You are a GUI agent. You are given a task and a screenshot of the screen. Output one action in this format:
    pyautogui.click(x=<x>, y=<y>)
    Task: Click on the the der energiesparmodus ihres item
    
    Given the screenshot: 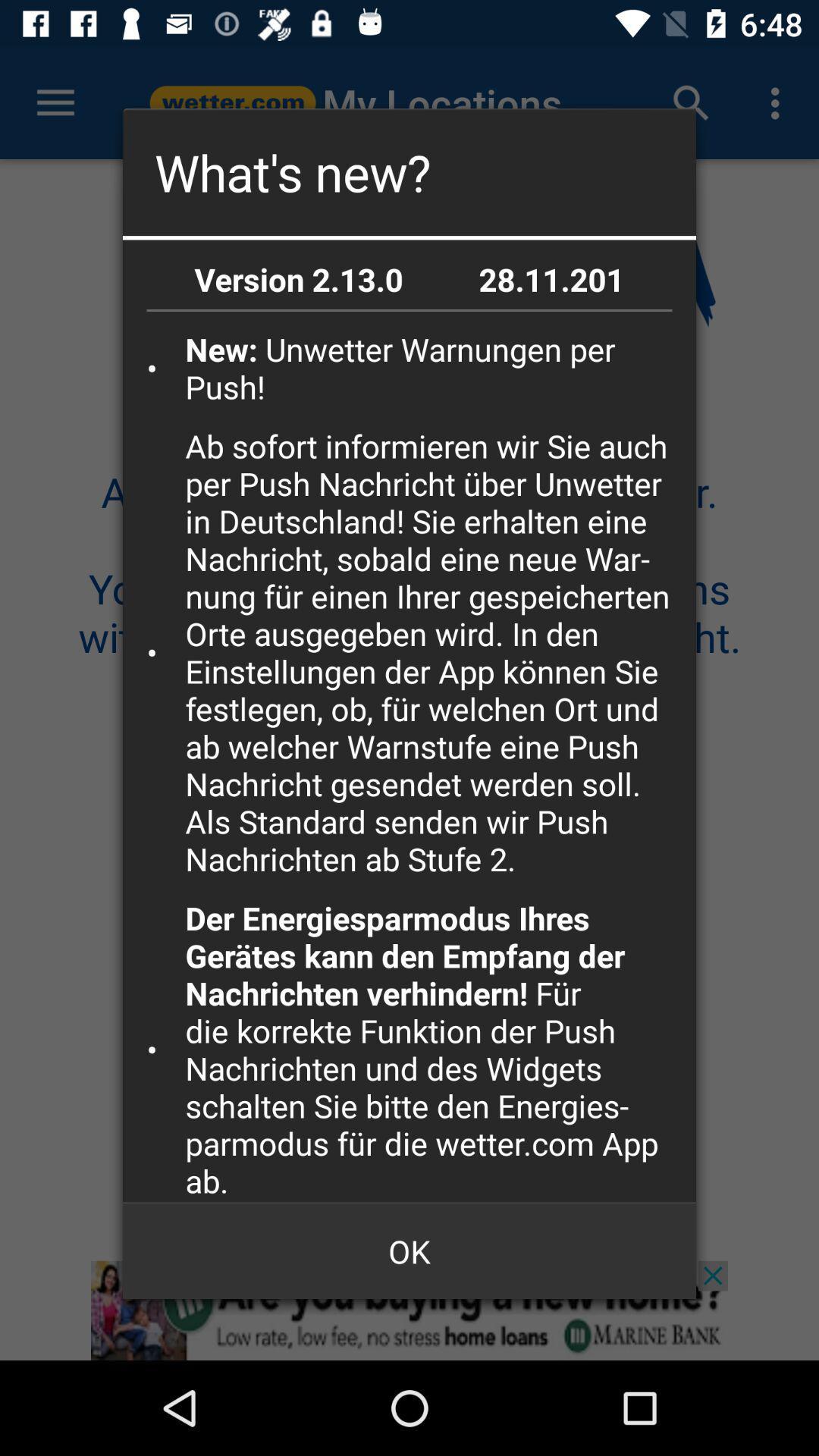 What is the action you would take?
    pyautogui.click(x=435, y=1048)
    